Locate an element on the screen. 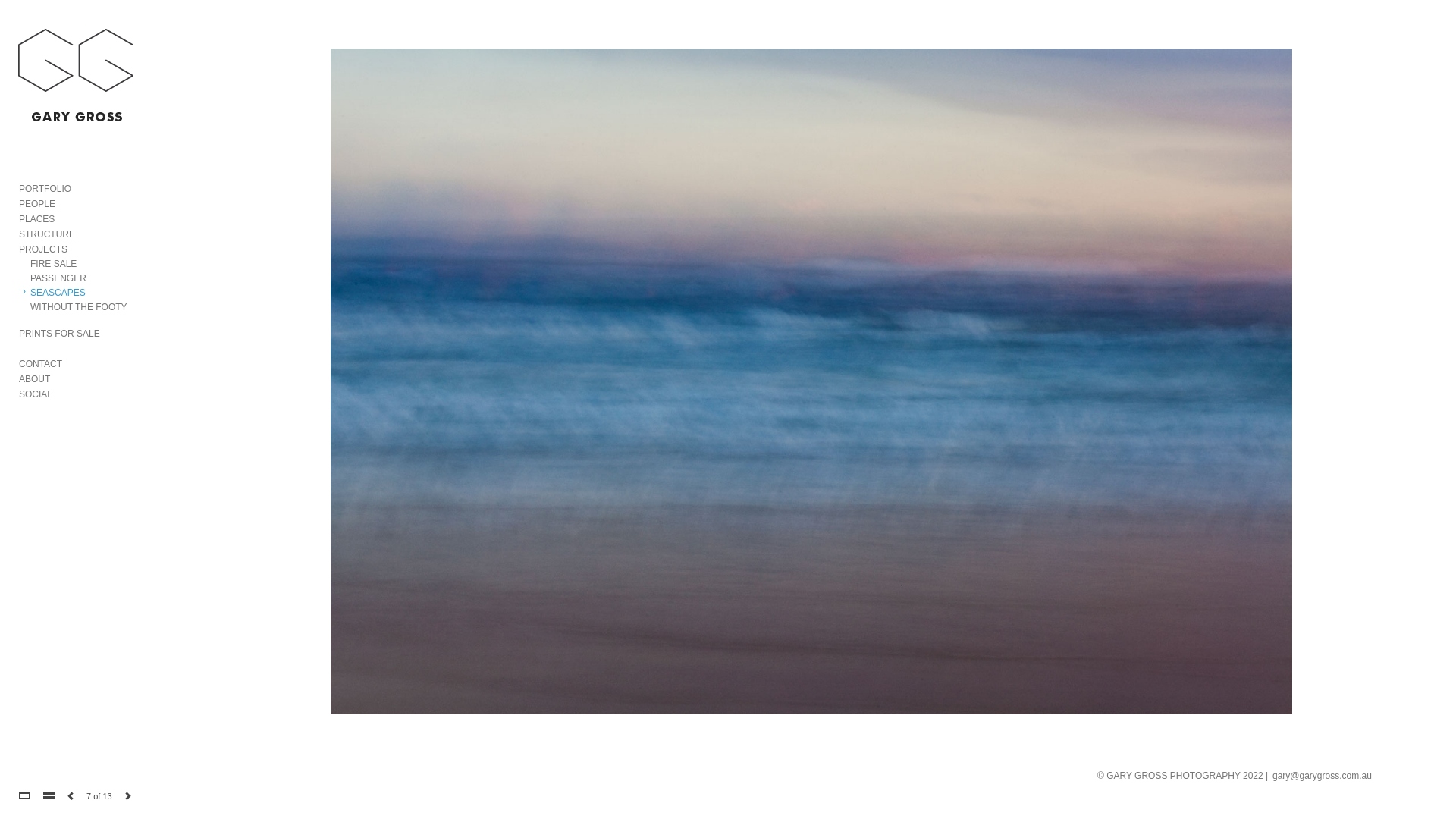  'STRUCTURE' is located at coordinates (47, 234).